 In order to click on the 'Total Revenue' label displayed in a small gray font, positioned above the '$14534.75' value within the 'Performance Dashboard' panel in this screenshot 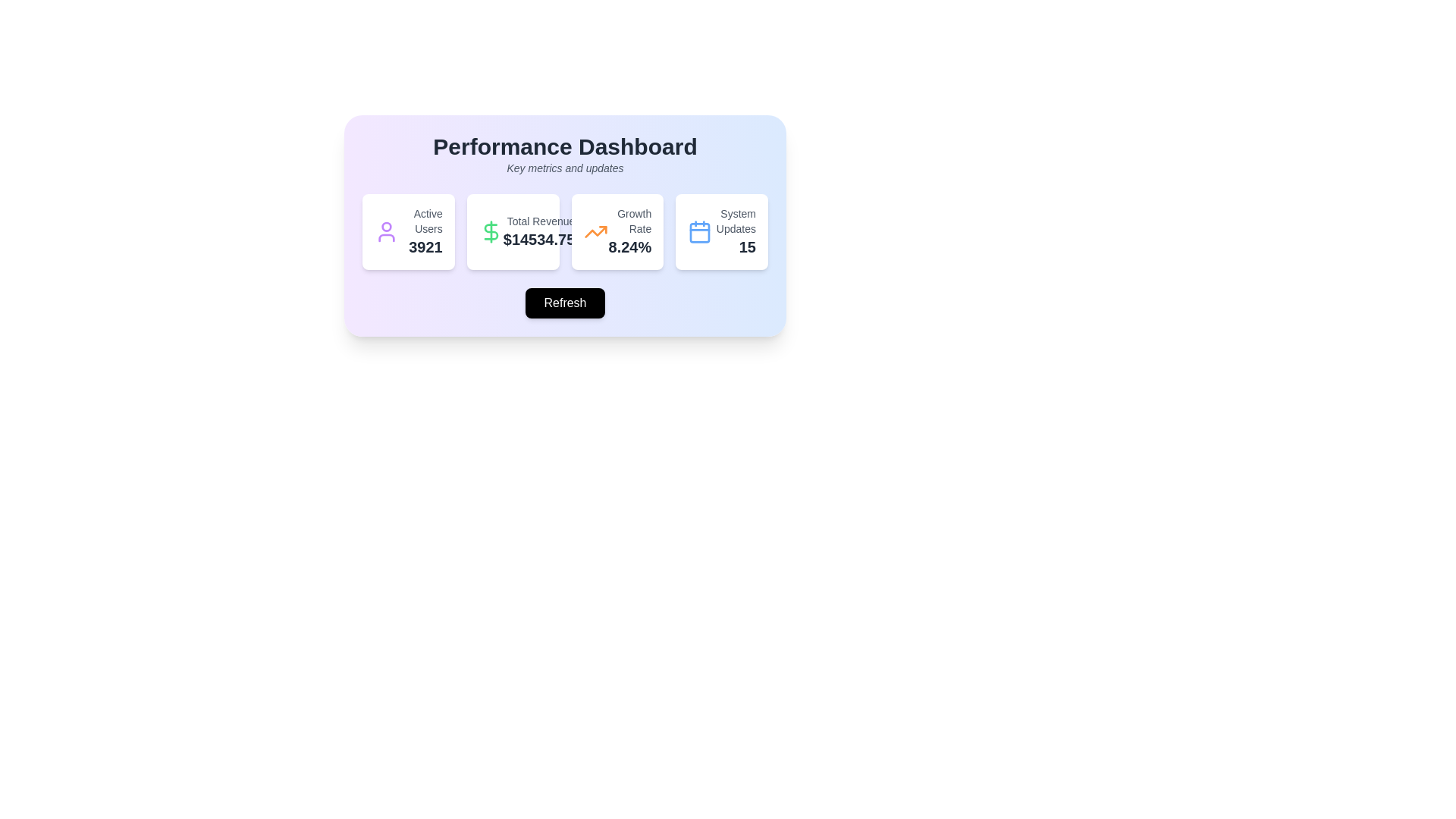, I will do `click(538, 221)`.